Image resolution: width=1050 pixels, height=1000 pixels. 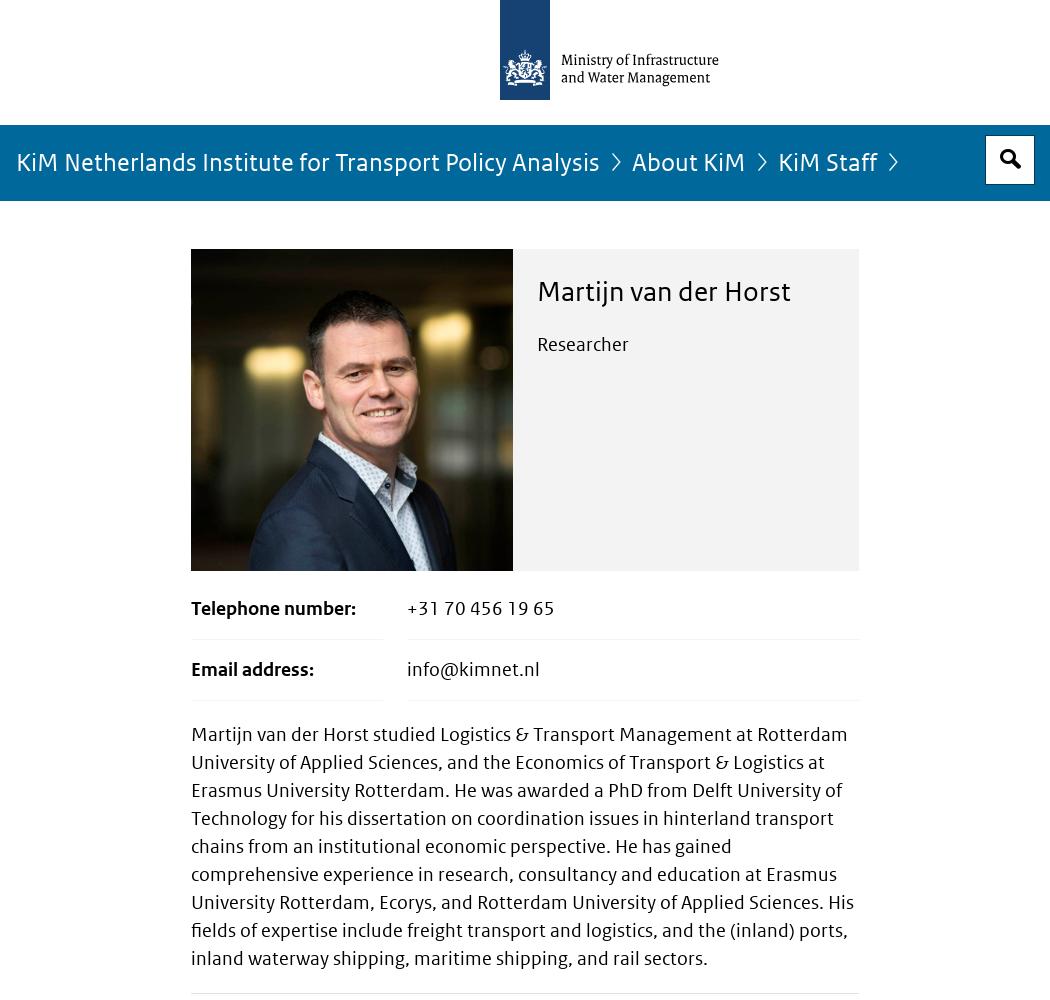 I want to click on 'Email address', so click(x=250, y=669).